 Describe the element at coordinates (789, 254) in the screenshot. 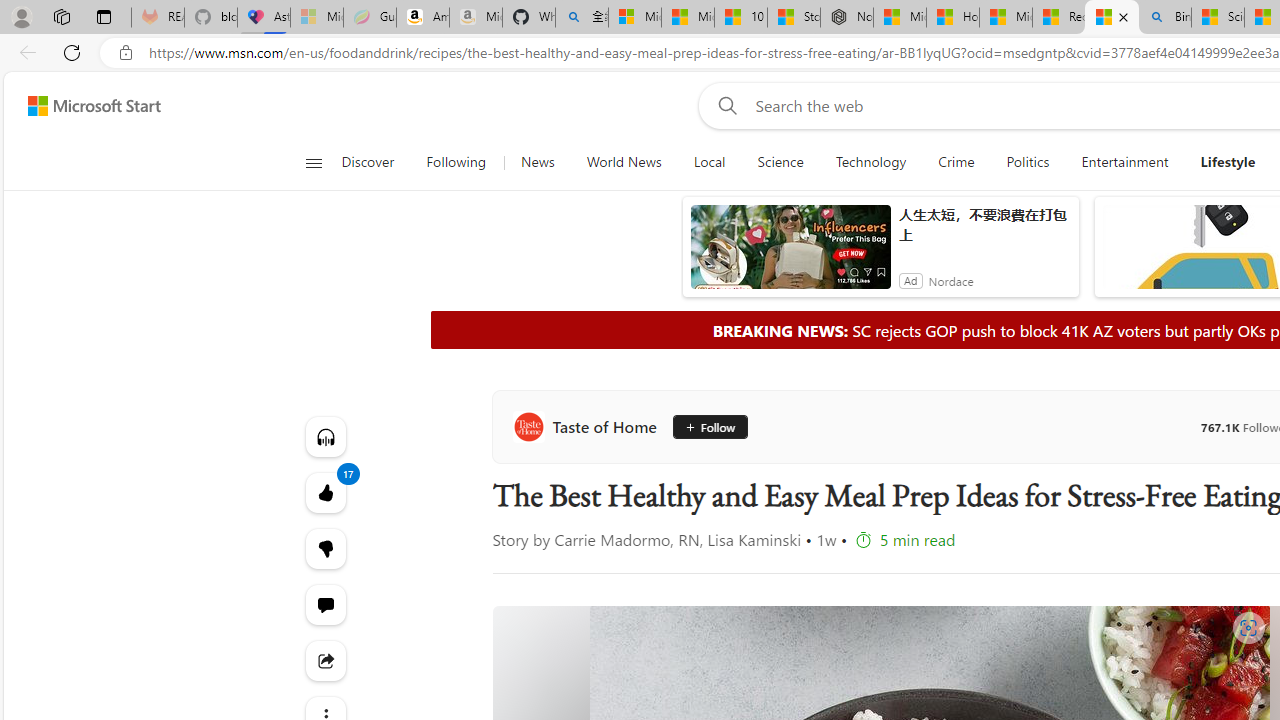

I see `'anim-content'` at that location.